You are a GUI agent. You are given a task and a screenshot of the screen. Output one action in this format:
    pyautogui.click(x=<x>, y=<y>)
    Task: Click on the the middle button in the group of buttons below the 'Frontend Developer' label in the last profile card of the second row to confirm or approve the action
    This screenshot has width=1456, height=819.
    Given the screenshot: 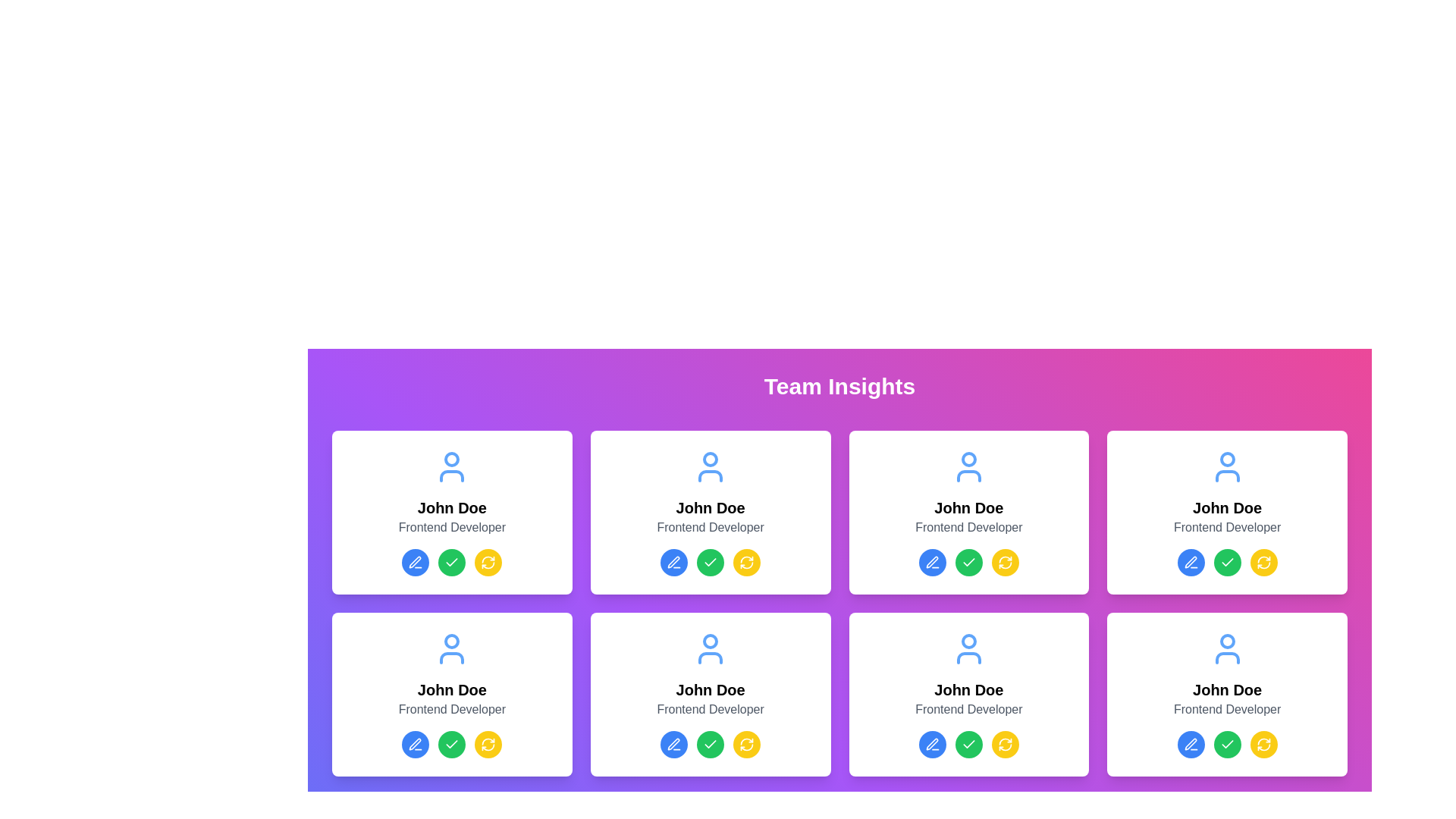 What is the action you would take?
    pyautogui.click(x=1226, y=744)
    